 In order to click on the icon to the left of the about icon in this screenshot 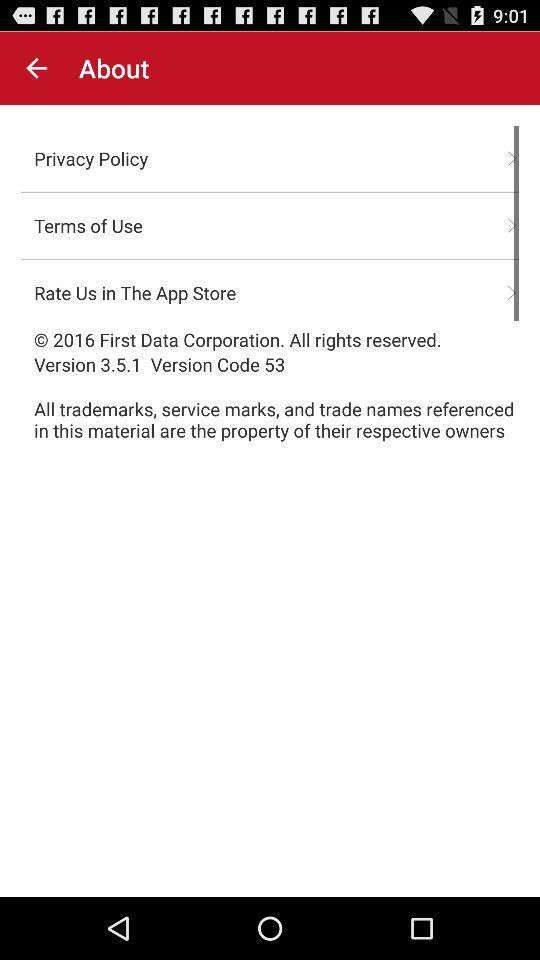, I will do `click(36, 68)`.